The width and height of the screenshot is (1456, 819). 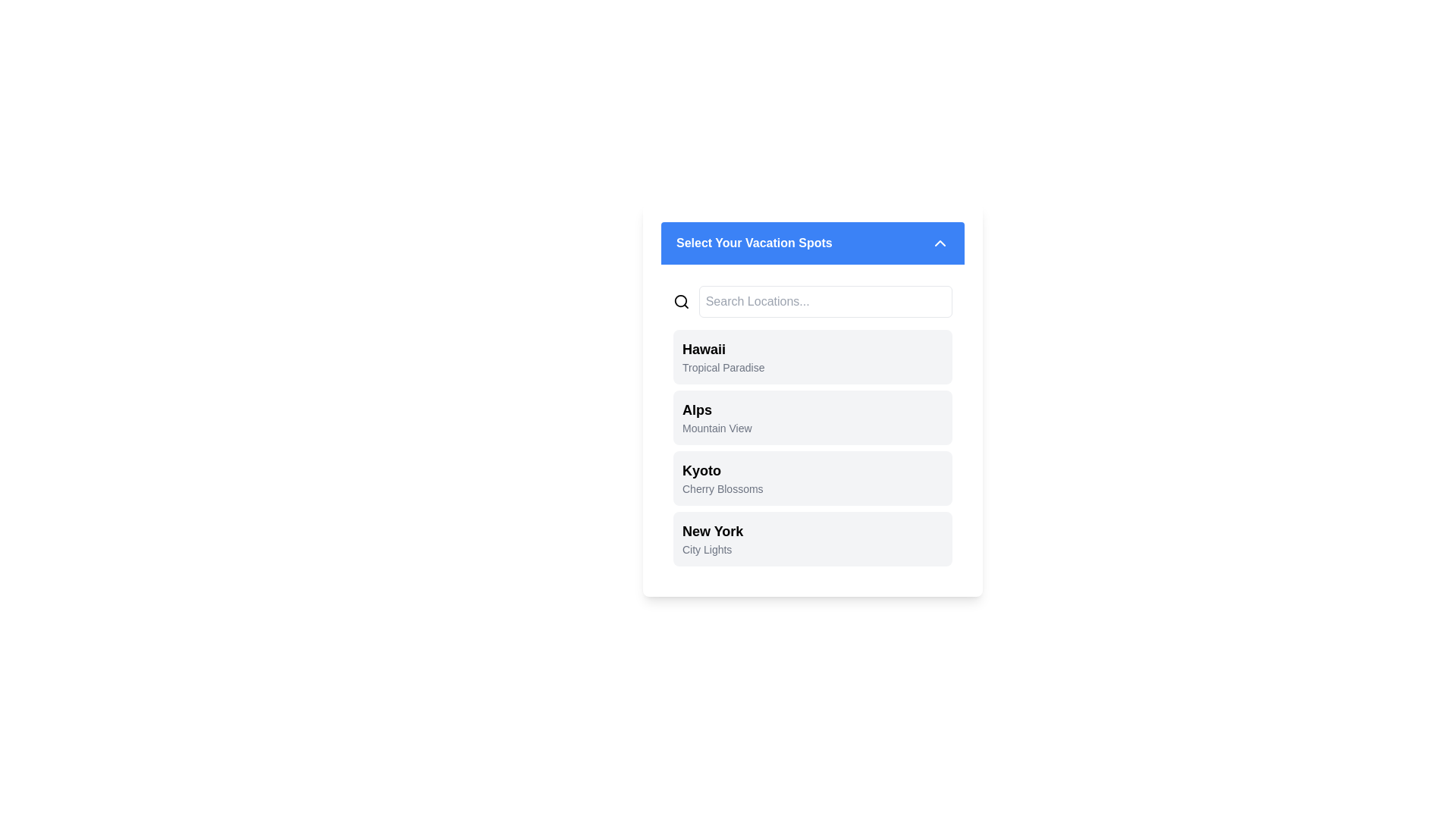 What do you see at coordinates (712, 538) in the screenshot?
I see `the text label pairing that displays 'New York' as the title and 'City Lights' as the subtitle, which is the fourth item in a vertical list of location elements` at bounding box center [712, 538].